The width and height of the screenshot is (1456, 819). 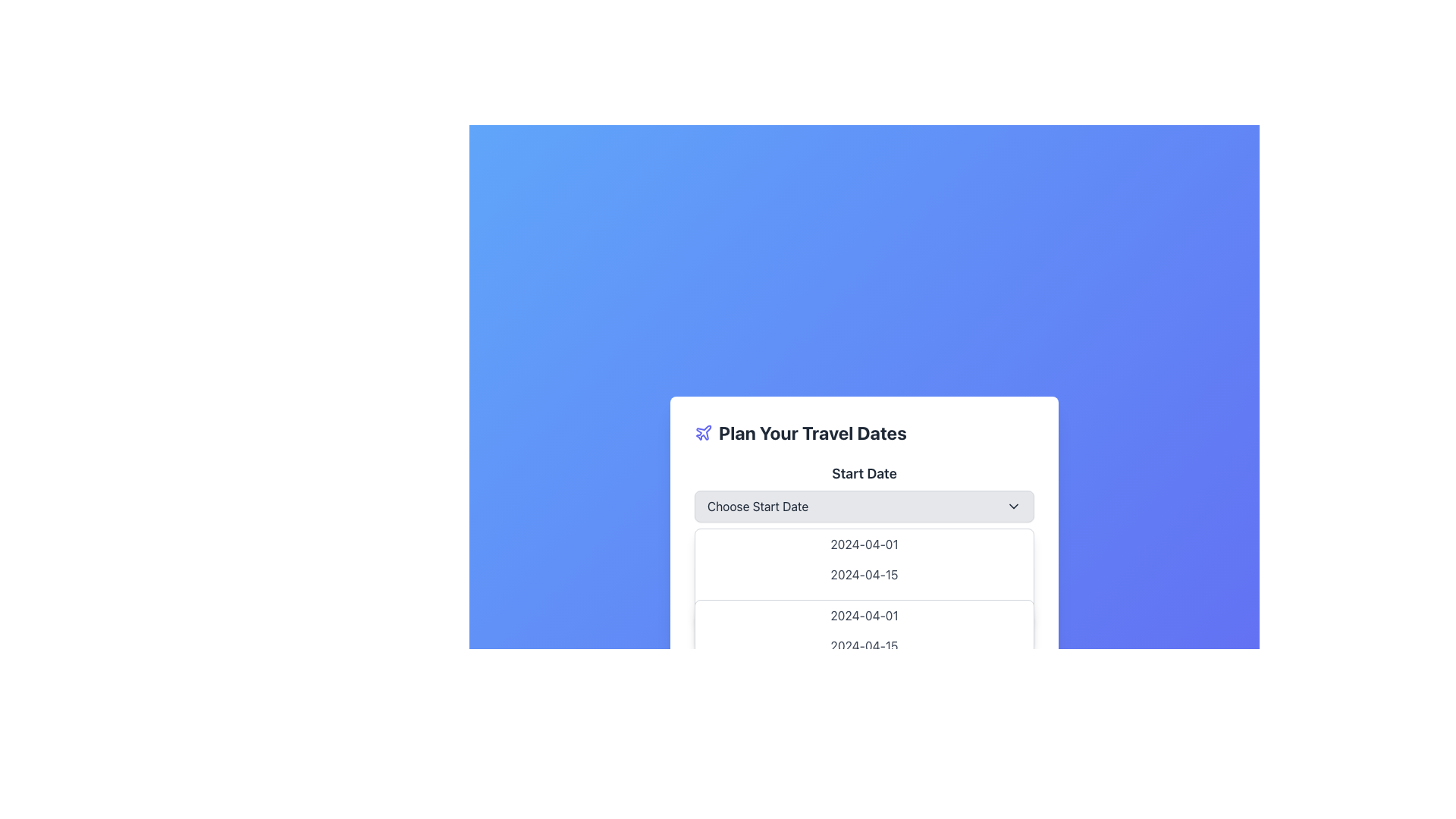 I want to click on the airplane icon, which is outlined in indigo and located to the left of the text 'Plan Your Travel Dates', so click(x=702, y=432).